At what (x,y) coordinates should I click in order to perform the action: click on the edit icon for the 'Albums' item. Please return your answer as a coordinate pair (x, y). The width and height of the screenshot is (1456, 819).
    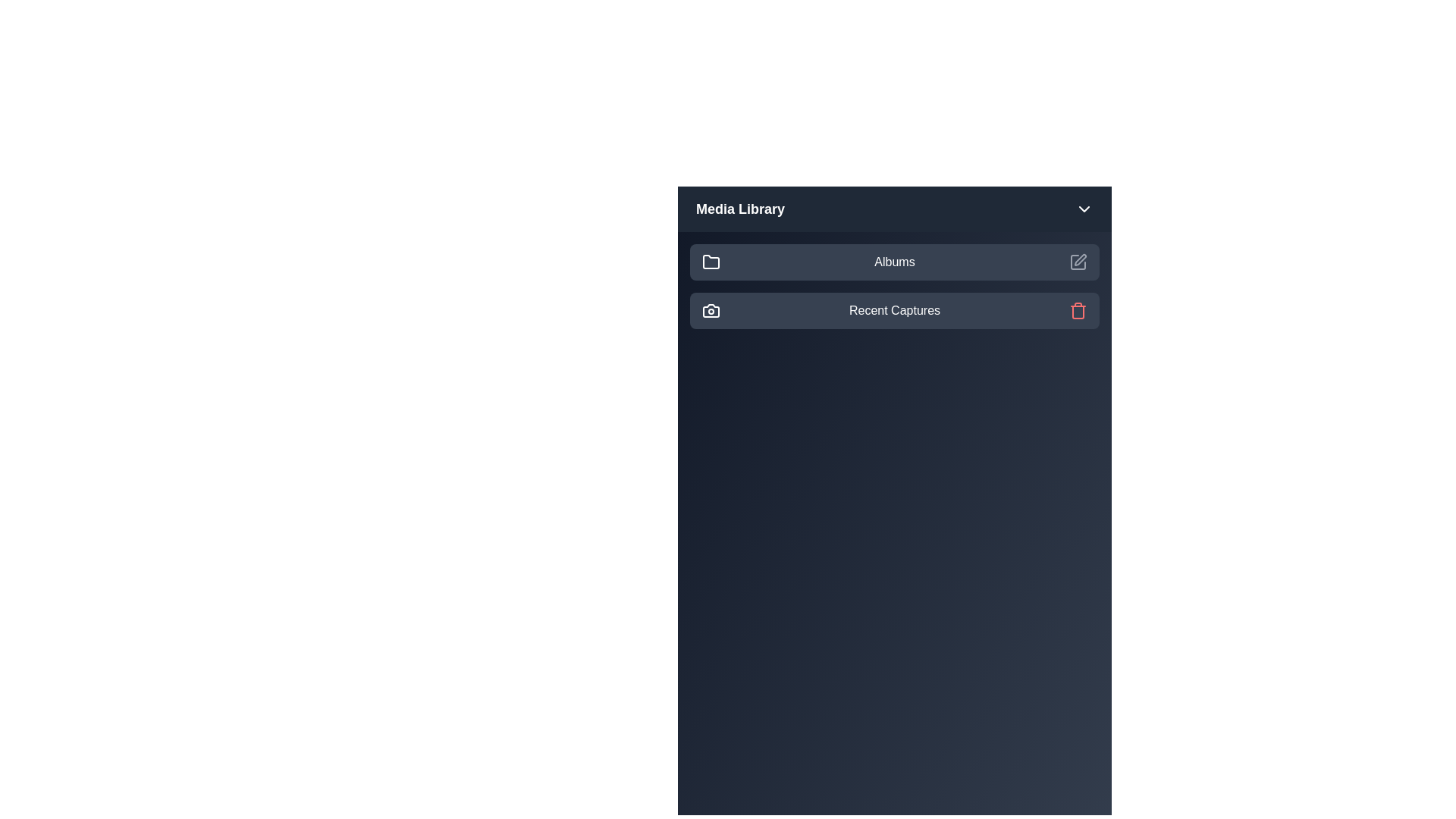
    Looking at the image, I should click on (1077, 262).